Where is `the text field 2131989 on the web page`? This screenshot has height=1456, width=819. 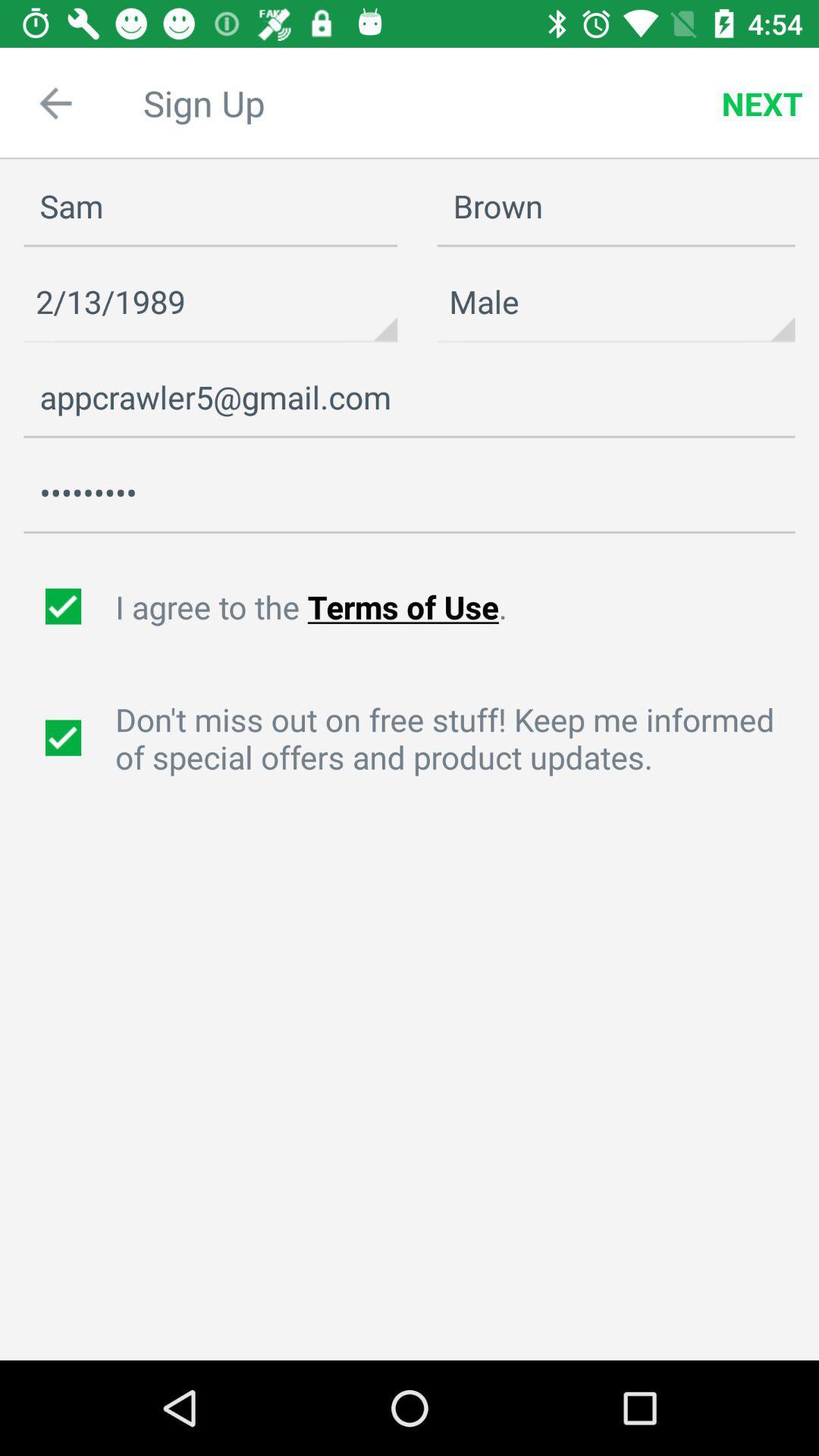 the text field 2131989 on the web page is located at coordinates (210, 302).